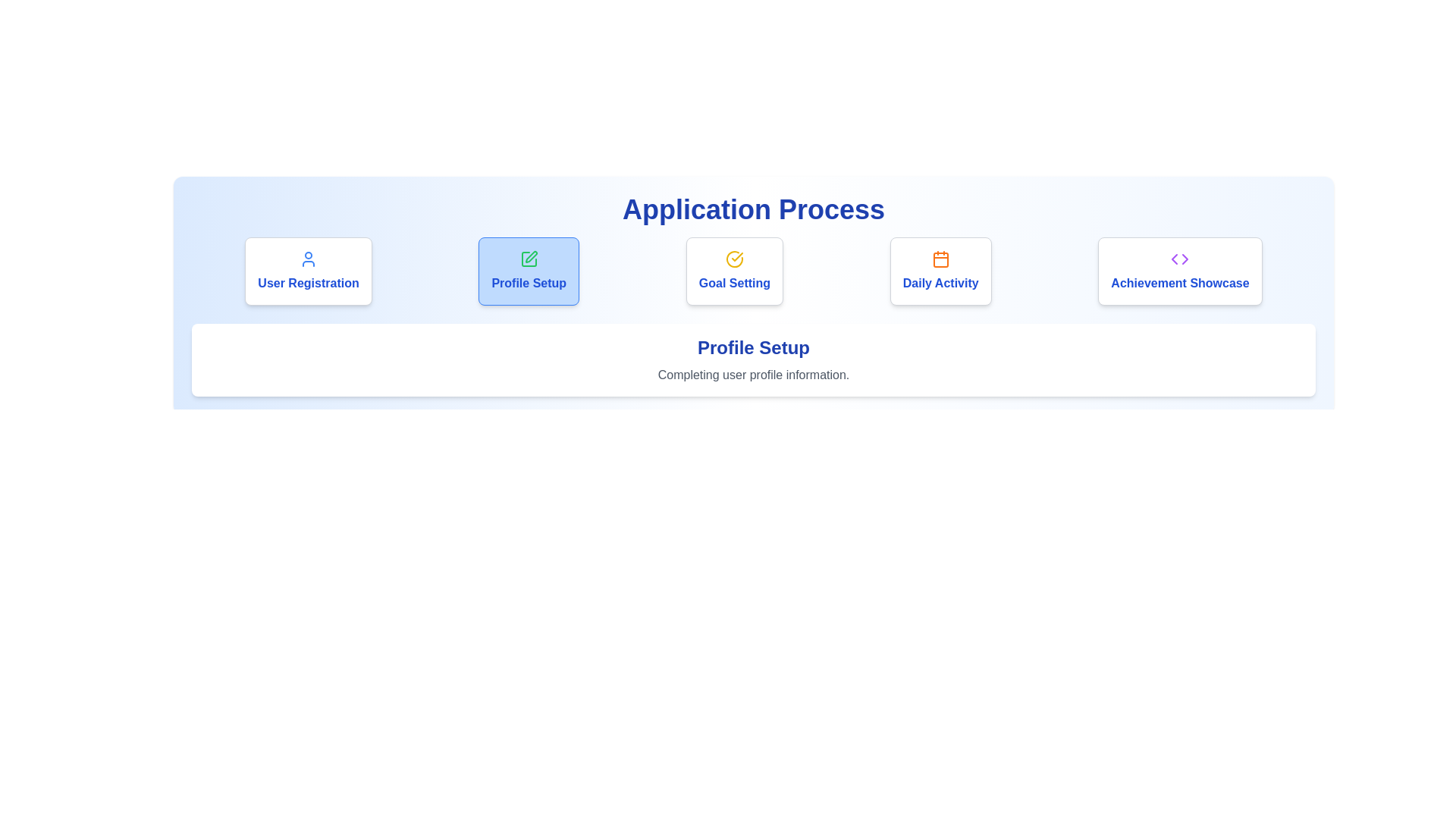 This screenshot has height=819, width=1456. I want to click on the 'Achievement Showcase' selectable card, which is the fifth card in a group of five horizontally aligned cards, to activate additional focus effects, so click(1179, 271).